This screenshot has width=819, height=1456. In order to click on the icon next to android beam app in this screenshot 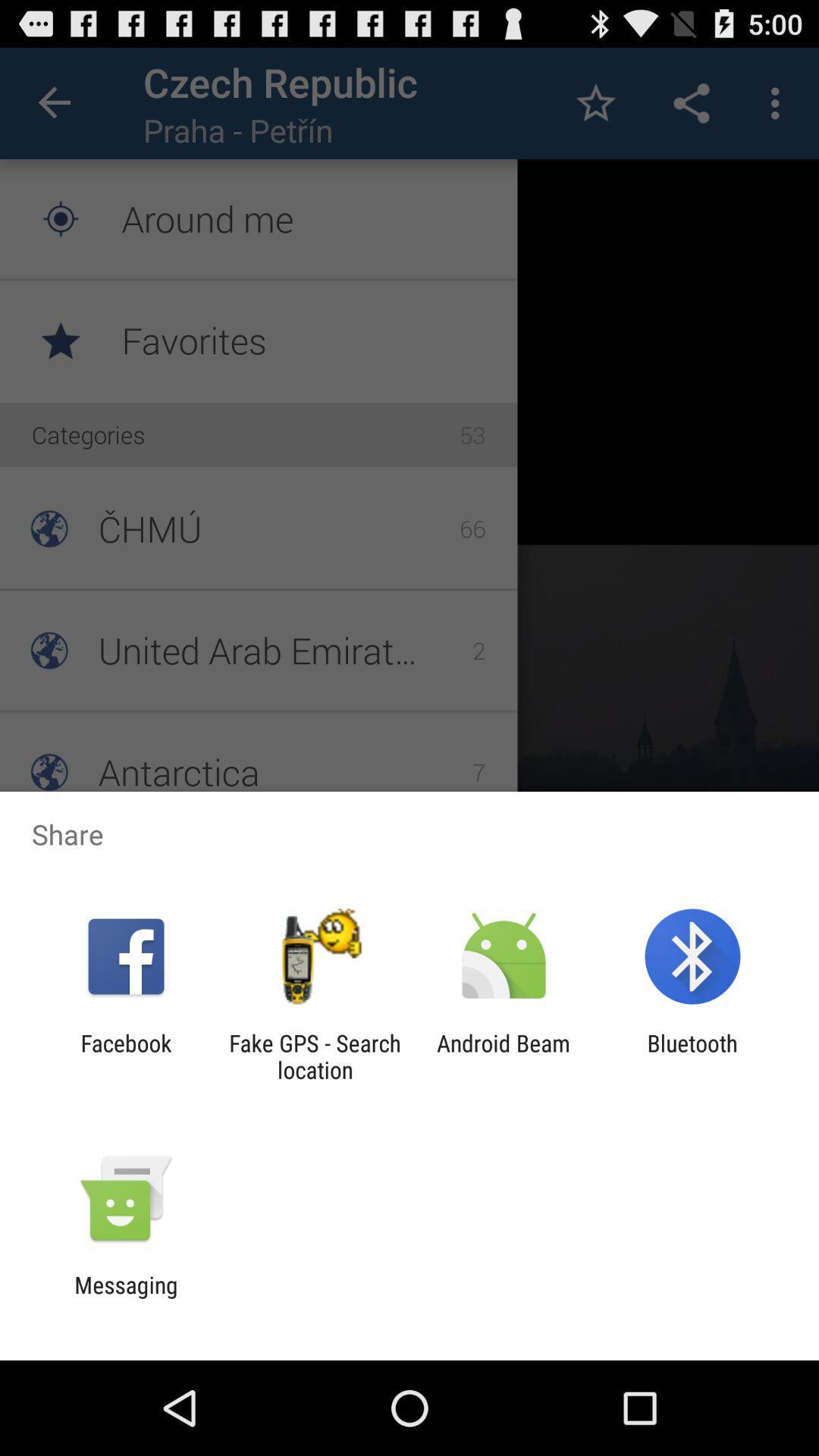, I will do `click(314, 1056)`.